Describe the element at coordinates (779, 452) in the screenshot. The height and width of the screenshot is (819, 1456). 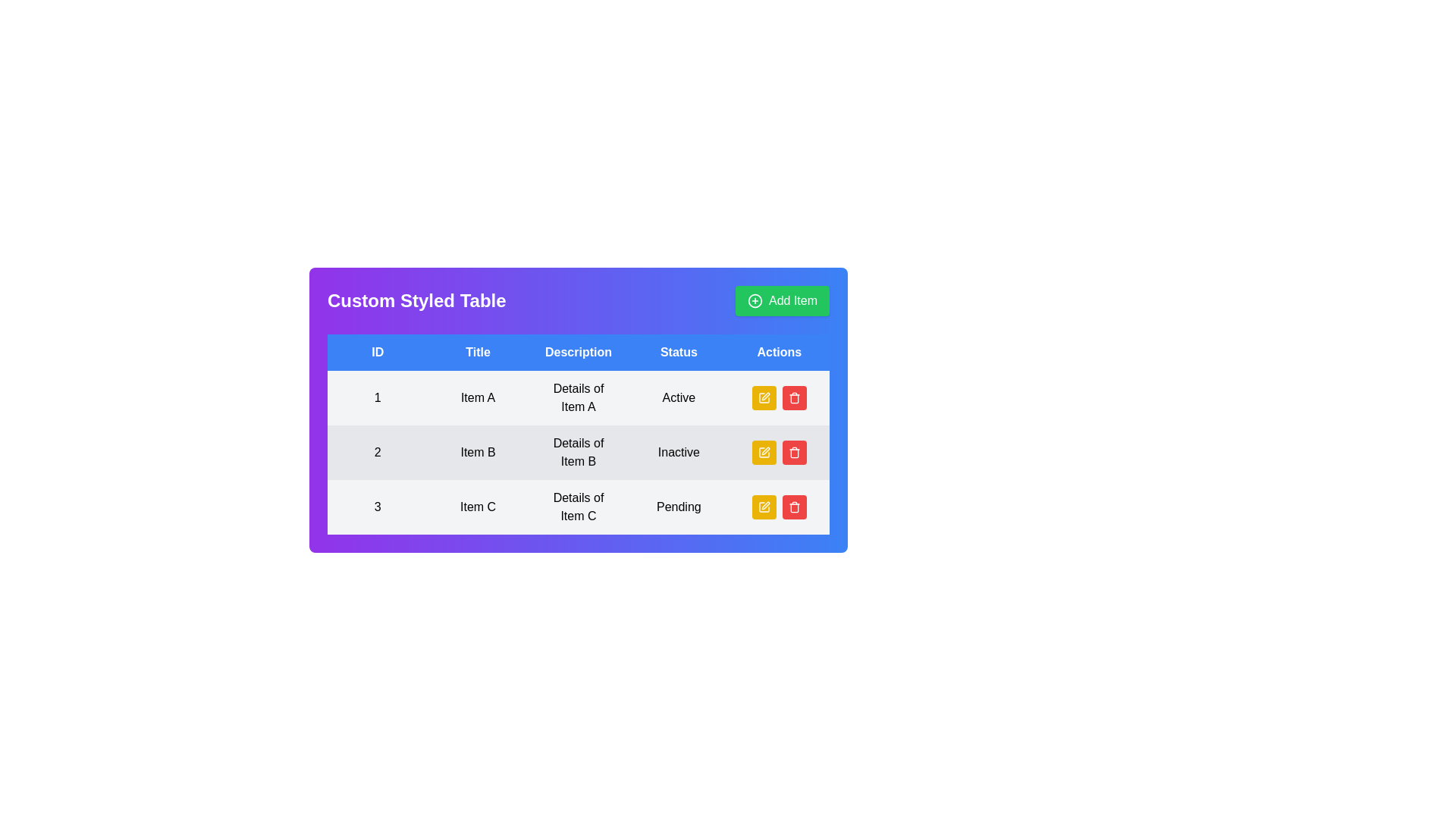
I see `the second button in the 'Actions' column of the row representing item B in the table to observe hover effects` at that location.